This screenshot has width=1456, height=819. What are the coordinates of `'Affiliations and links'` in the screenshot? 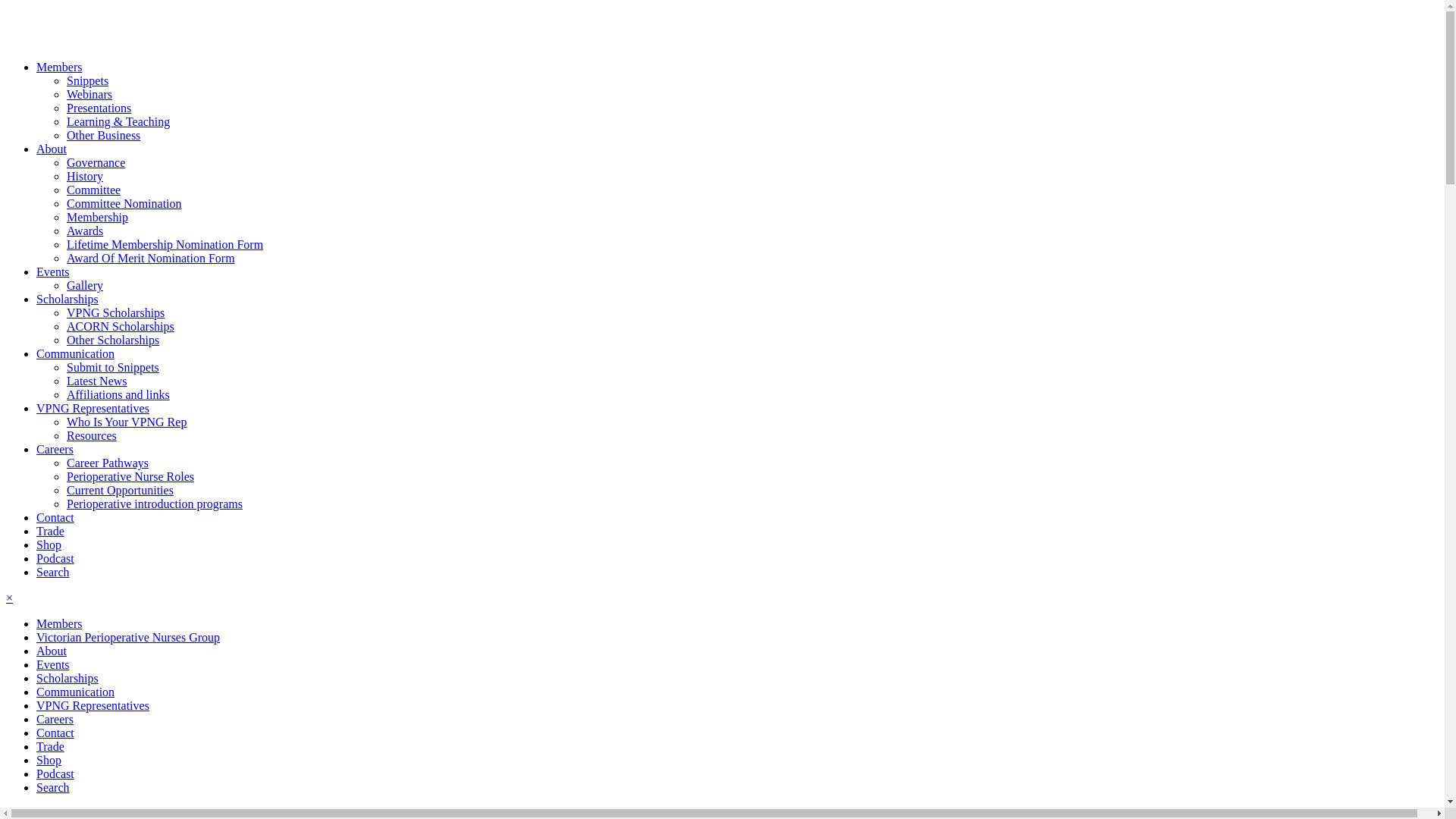 It's located at (118, 394).